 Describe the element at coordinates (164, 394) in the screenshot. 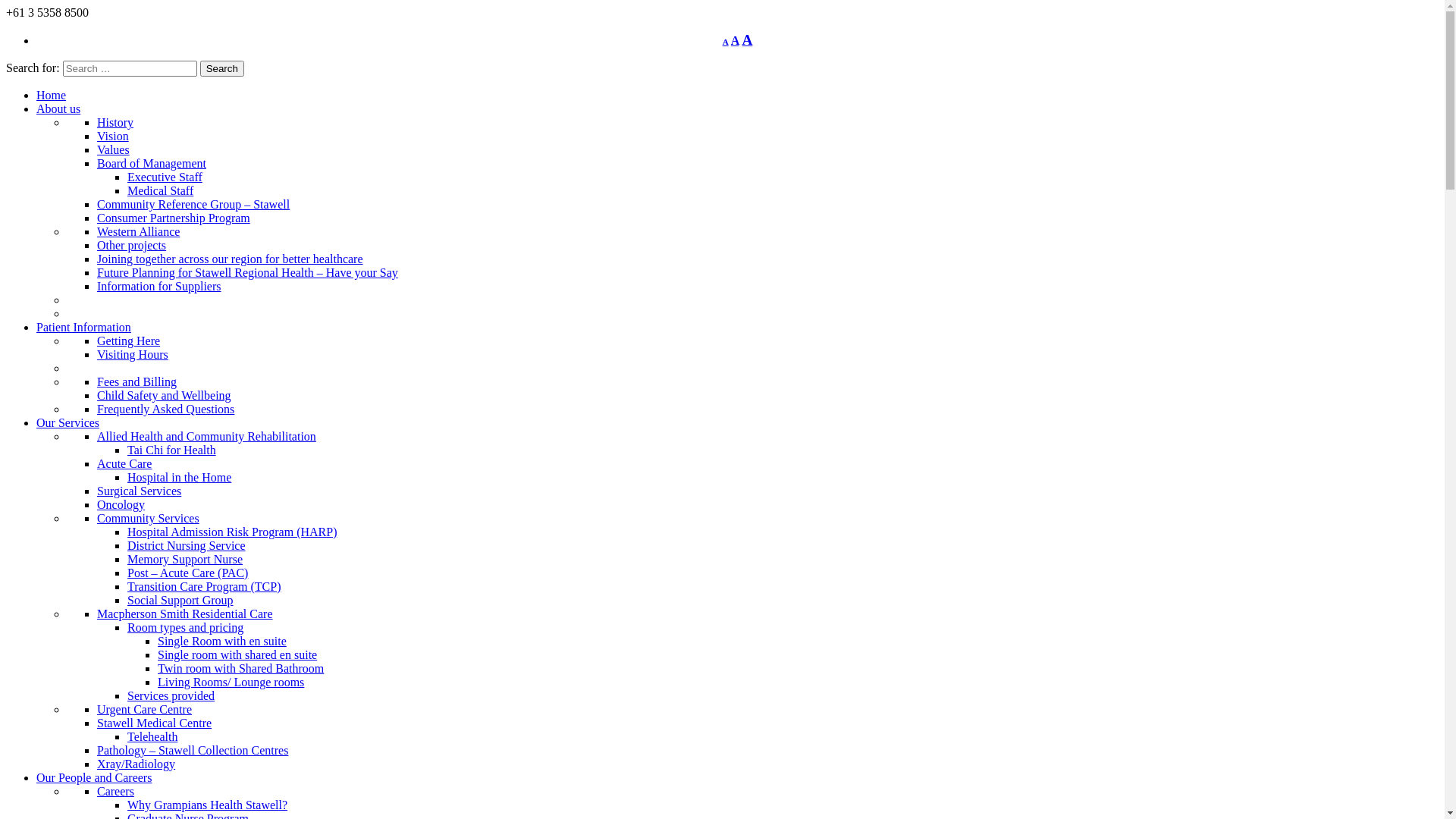

I see `'Child Safety and Wellbeing'` at that location.